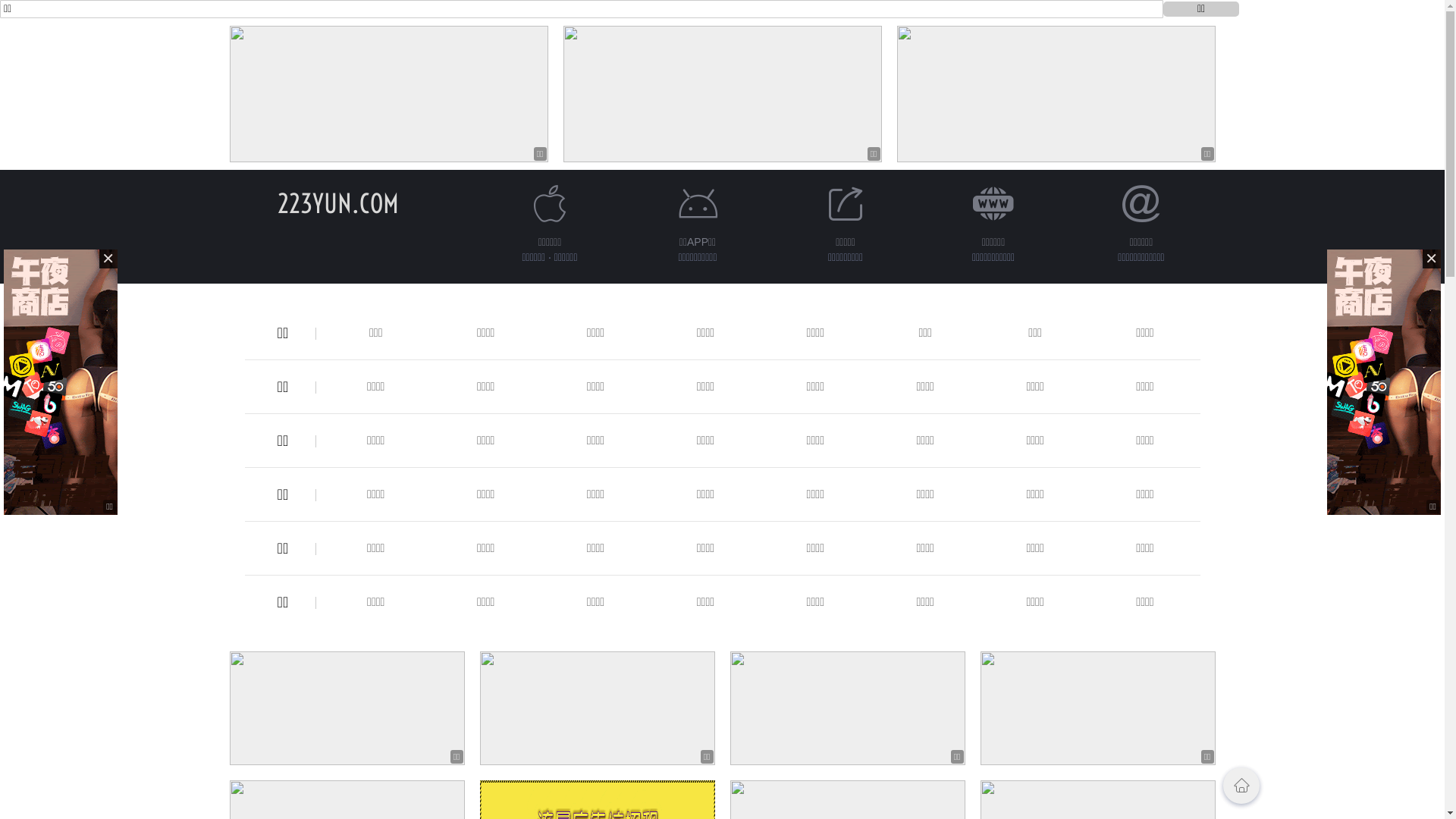 Image resolution: width=1456 pixels, height=819 pixels. Describe the element at coordinates (337, 202) in the screenshot. I see `'223YUN.COM'` at that location.